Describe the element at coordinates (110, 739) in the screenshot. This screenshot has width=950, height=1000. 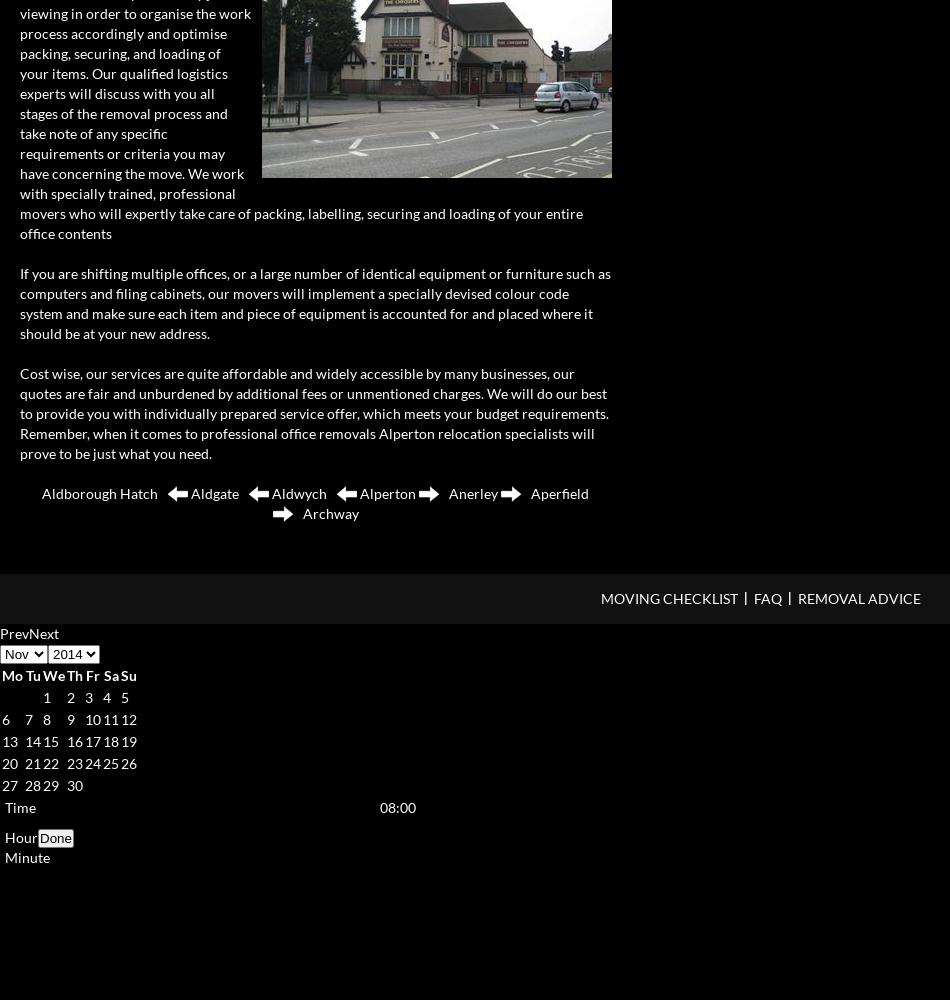
I see `'18'` at that location.